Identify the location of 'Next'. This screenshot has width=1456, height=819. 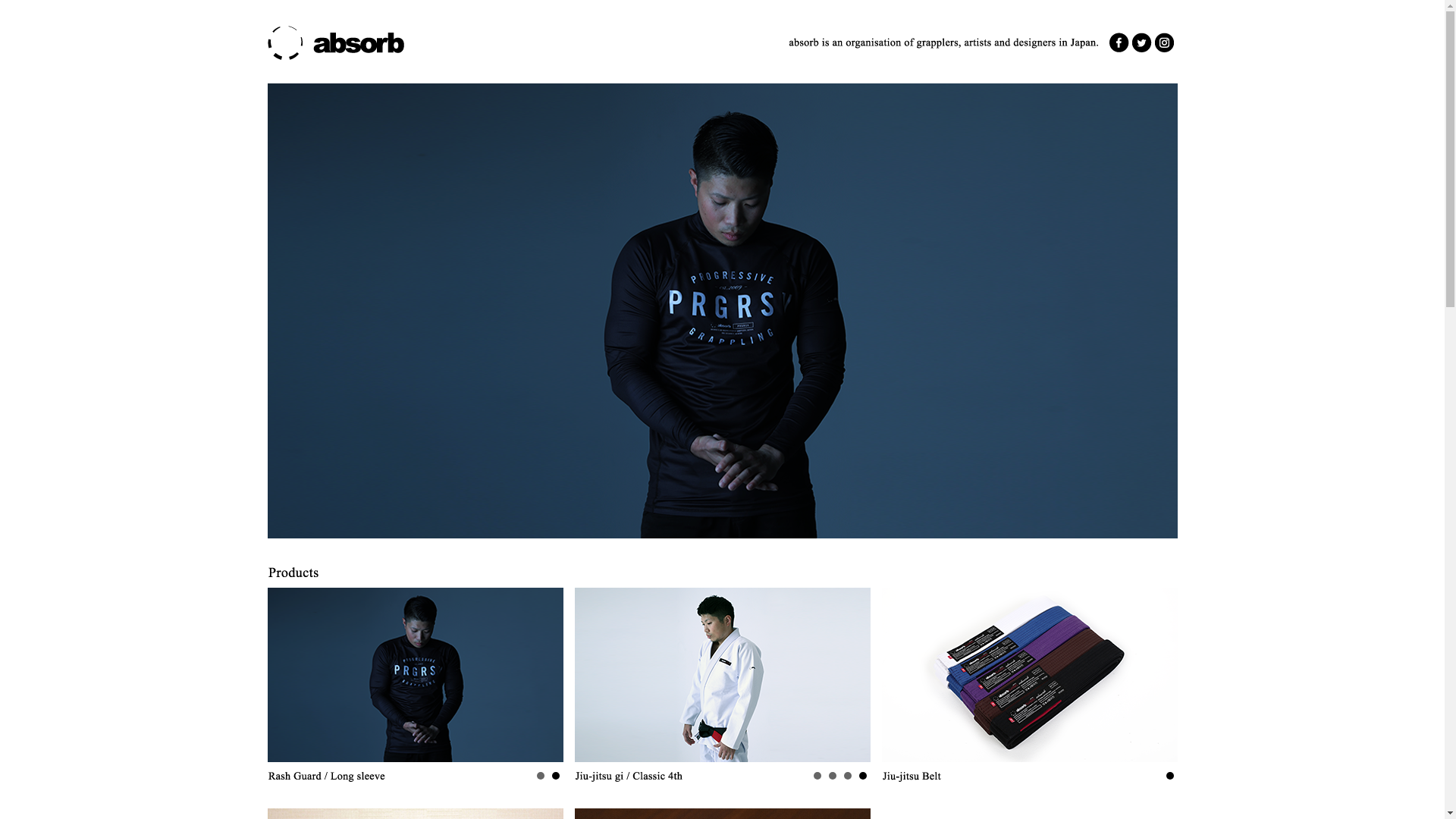
(531, 674).